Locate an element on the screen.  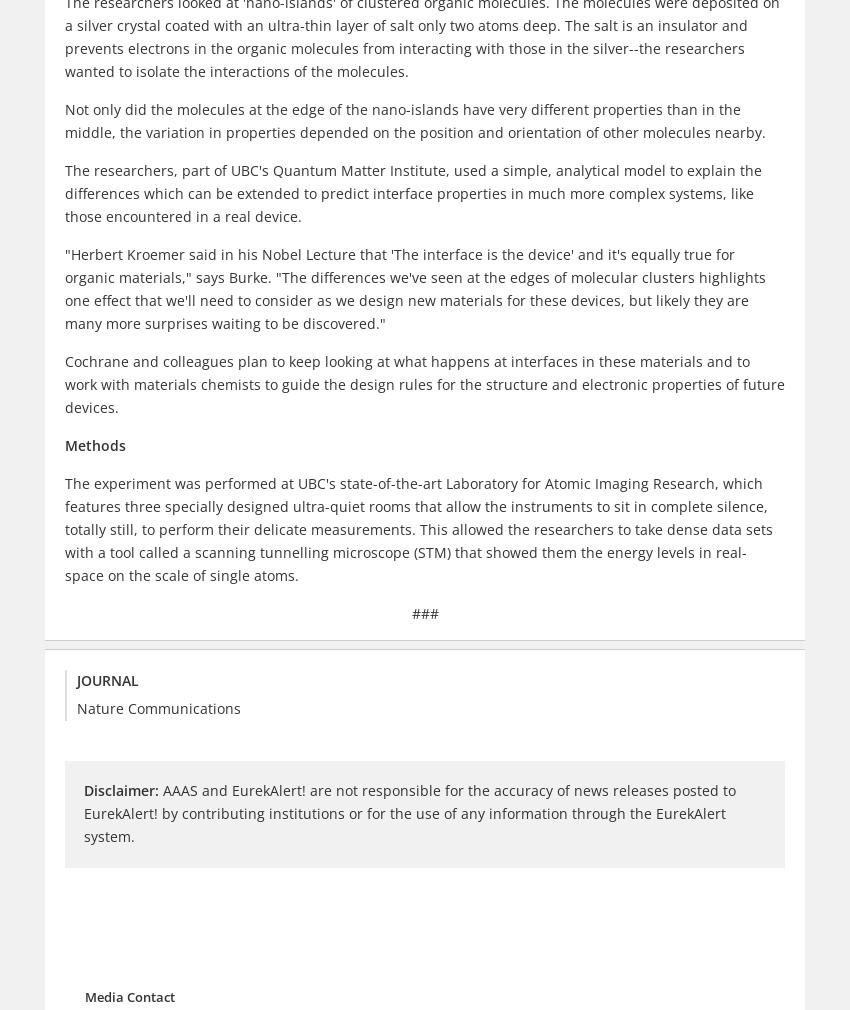
'Disclaimer:' is located at coordinates (120, 790).